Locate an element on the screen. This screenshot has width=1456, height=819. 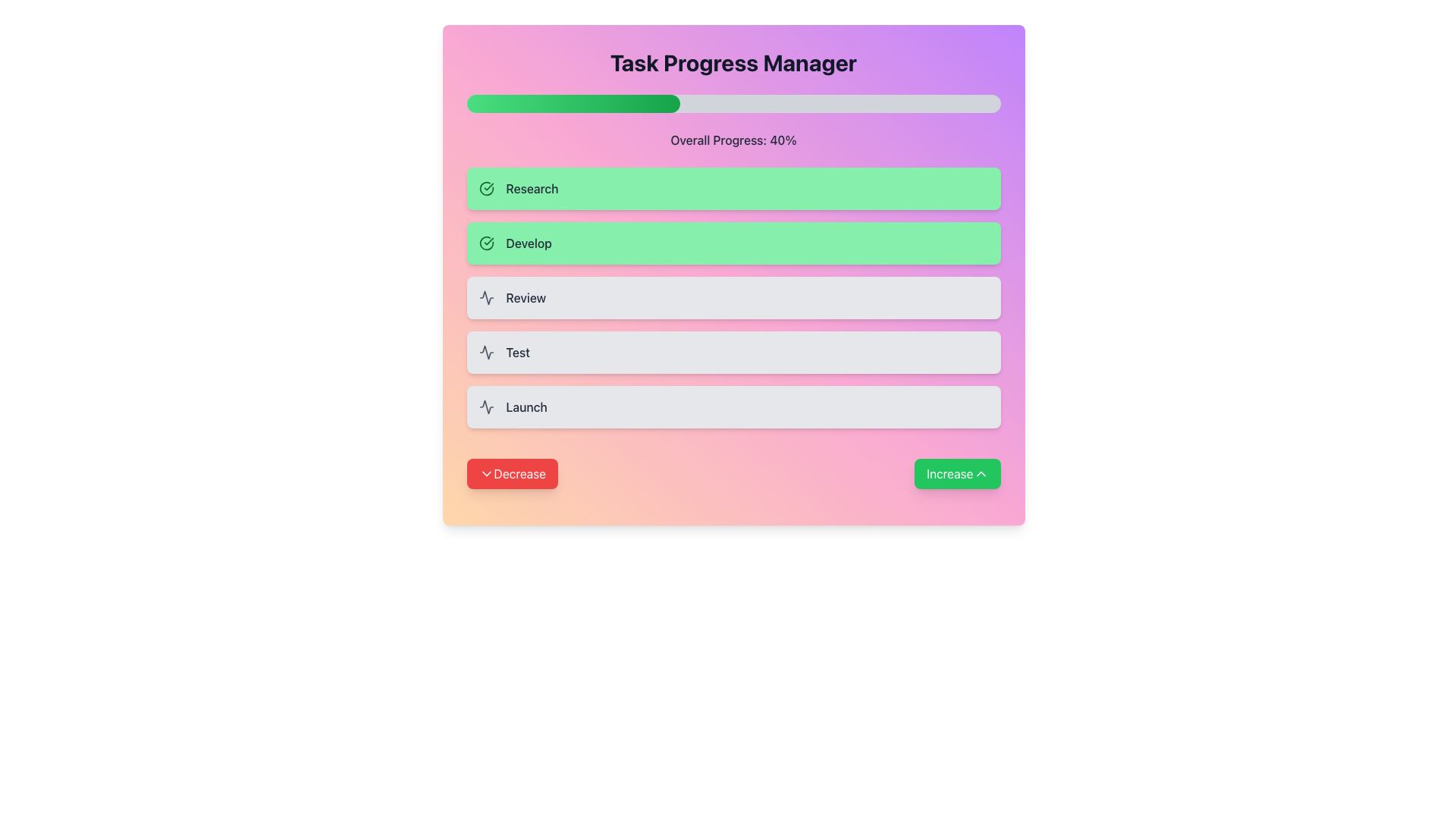
the icon representing activity or monitoring associated with the 'Test' item in the list, located within the horizontal card labeled 'Test' is located at coordinates (486, 353).